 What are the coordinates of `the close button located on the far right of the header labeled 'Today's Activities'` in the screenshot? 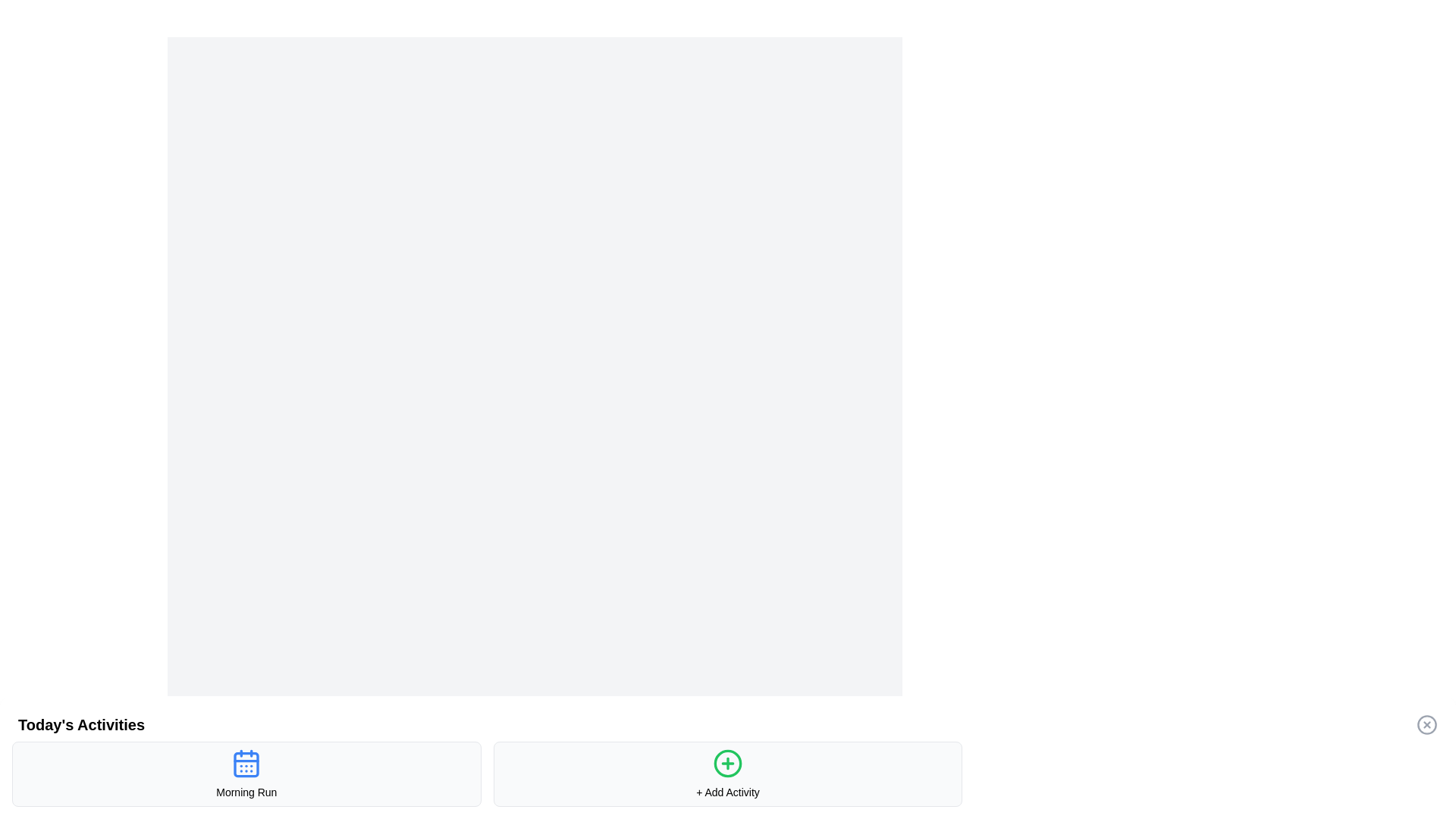 It's located at (1426, 724).